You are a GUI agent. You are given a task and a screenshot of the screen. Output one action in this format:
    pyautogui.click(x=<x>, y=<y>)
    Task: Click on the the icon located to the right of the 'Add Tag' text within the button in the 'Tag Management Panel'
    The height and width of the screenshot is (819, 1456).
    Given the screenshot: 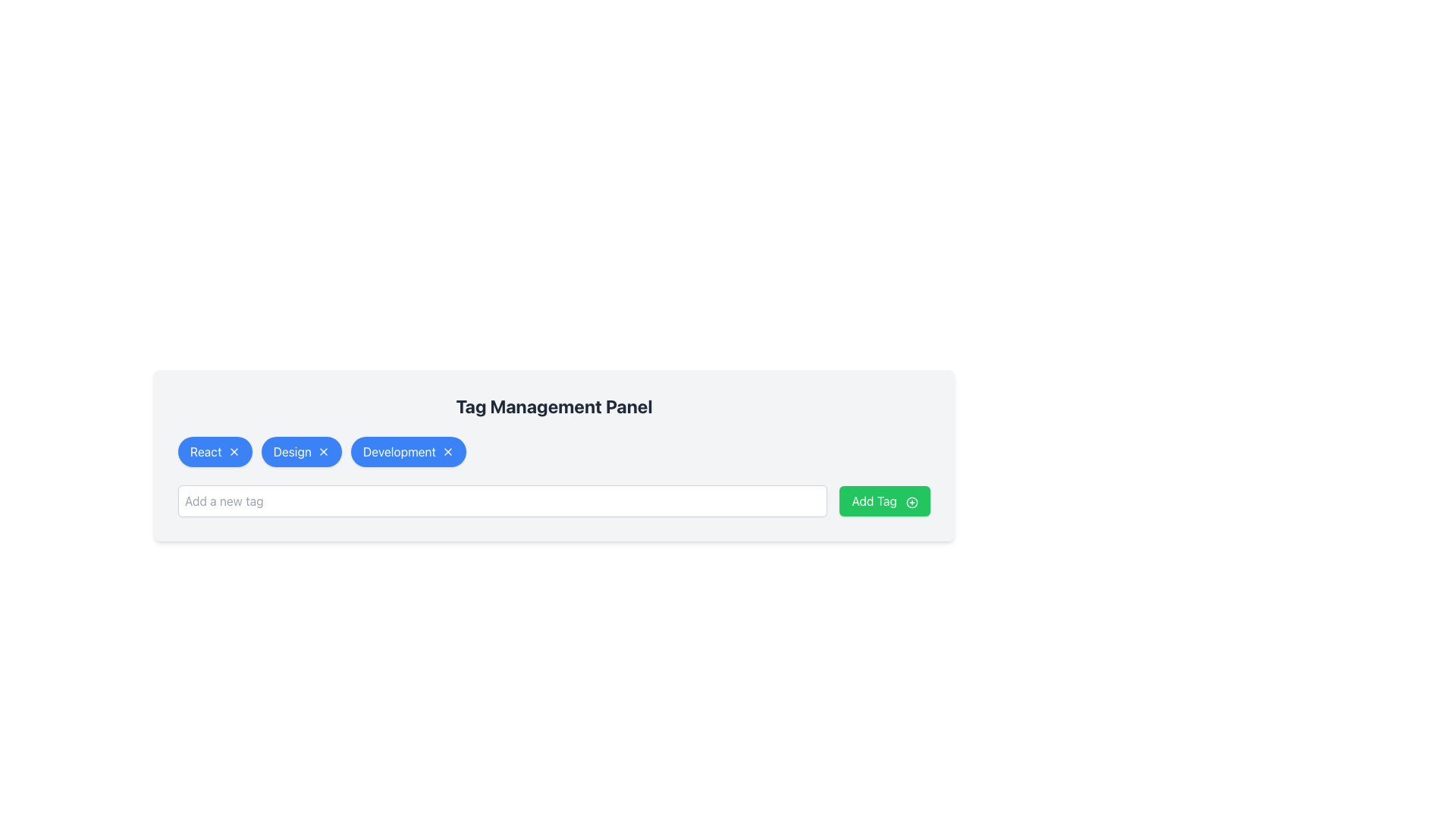 What is the action you would take?
    pyautogui.click(x=912, y=502)
    